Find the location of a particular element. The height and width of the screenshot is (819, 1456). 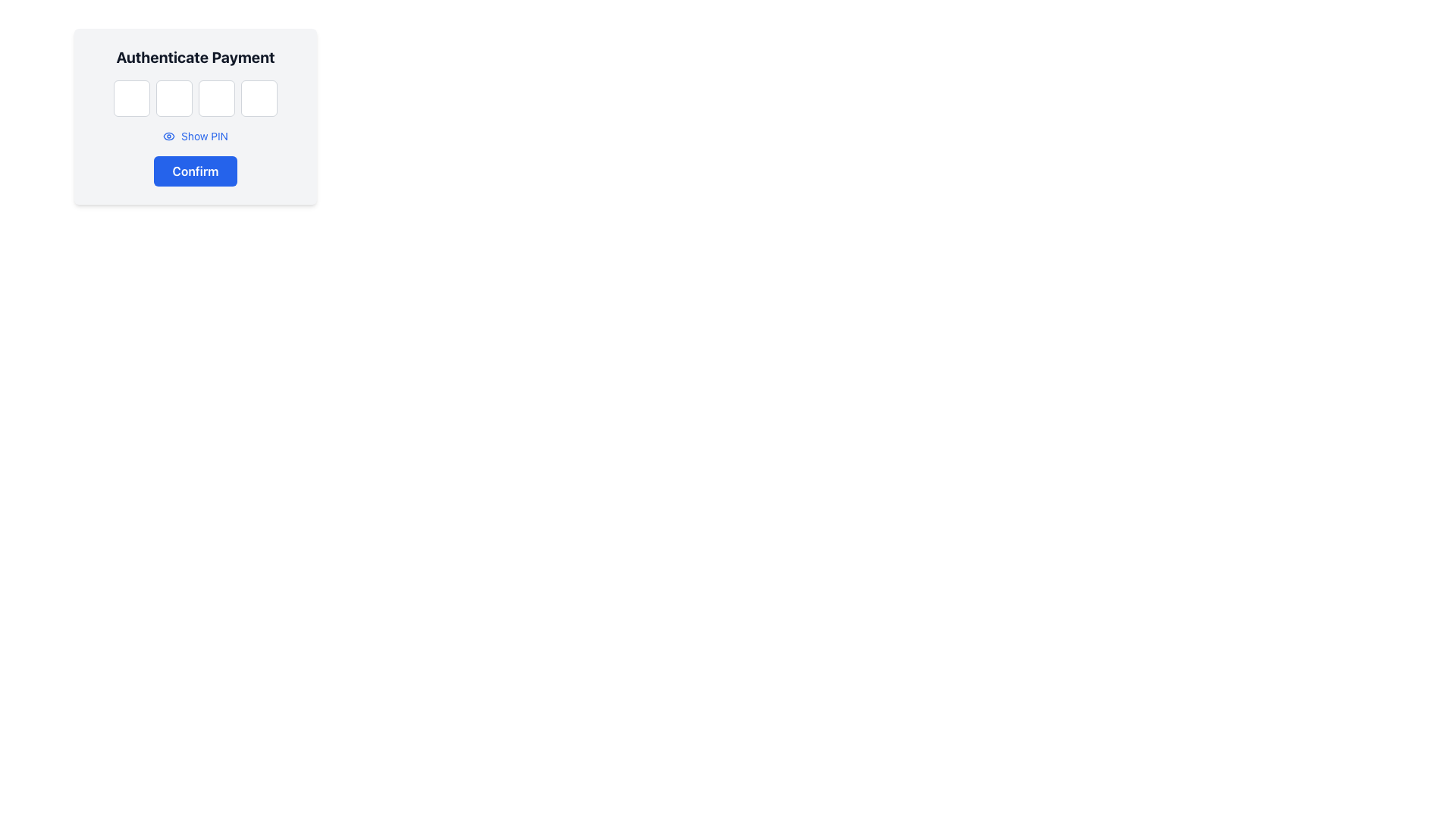

the toggle link for PIN visibility is located at coordinates (195, 136).